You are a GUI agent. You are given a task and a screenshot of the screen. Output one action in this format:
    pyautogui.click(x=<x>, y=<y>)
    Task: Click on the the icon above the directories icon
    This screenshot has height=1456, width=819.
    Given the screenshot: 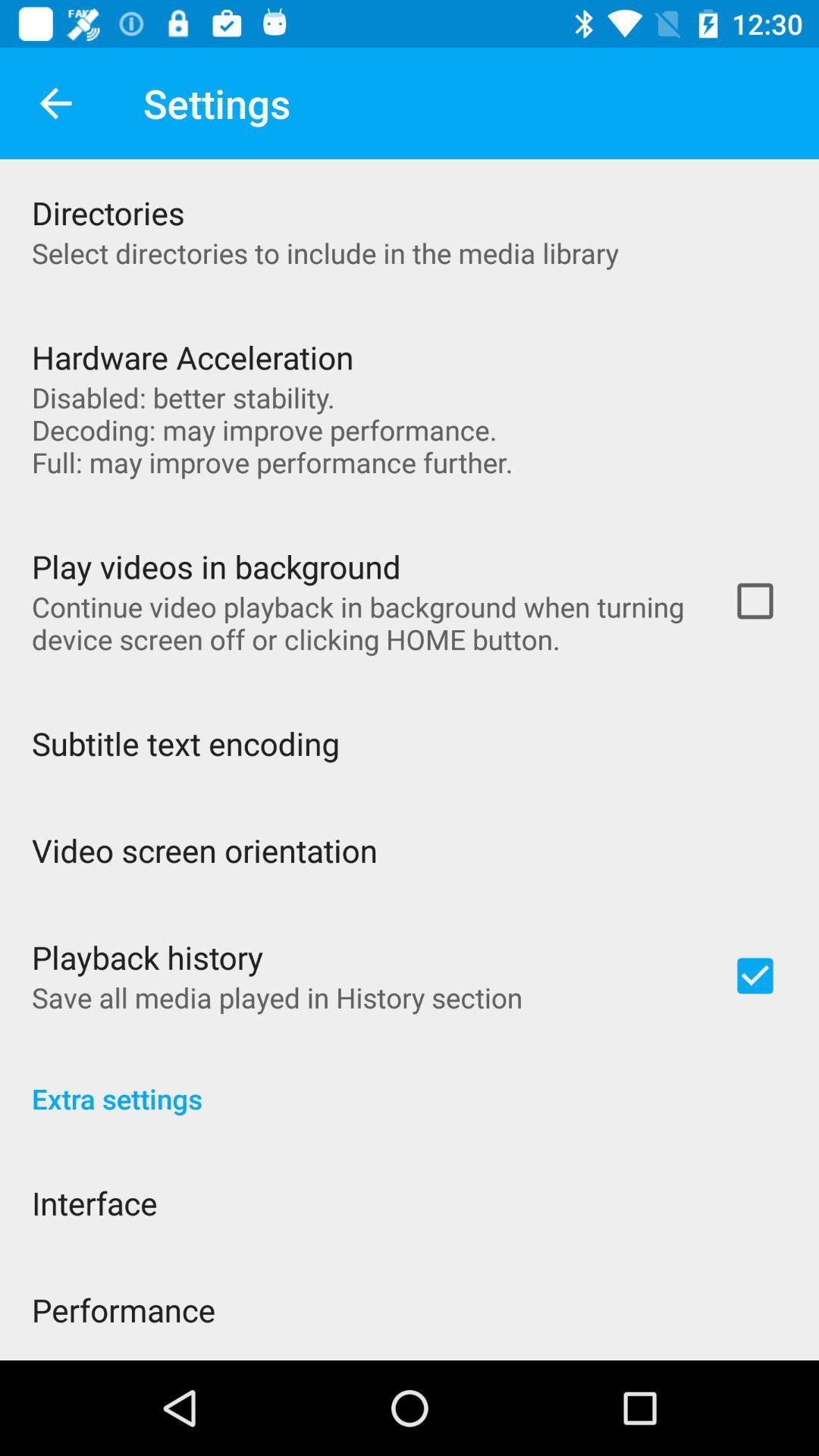 What is the action you would take?
    pyautogui.click(x=55, y=102)
    